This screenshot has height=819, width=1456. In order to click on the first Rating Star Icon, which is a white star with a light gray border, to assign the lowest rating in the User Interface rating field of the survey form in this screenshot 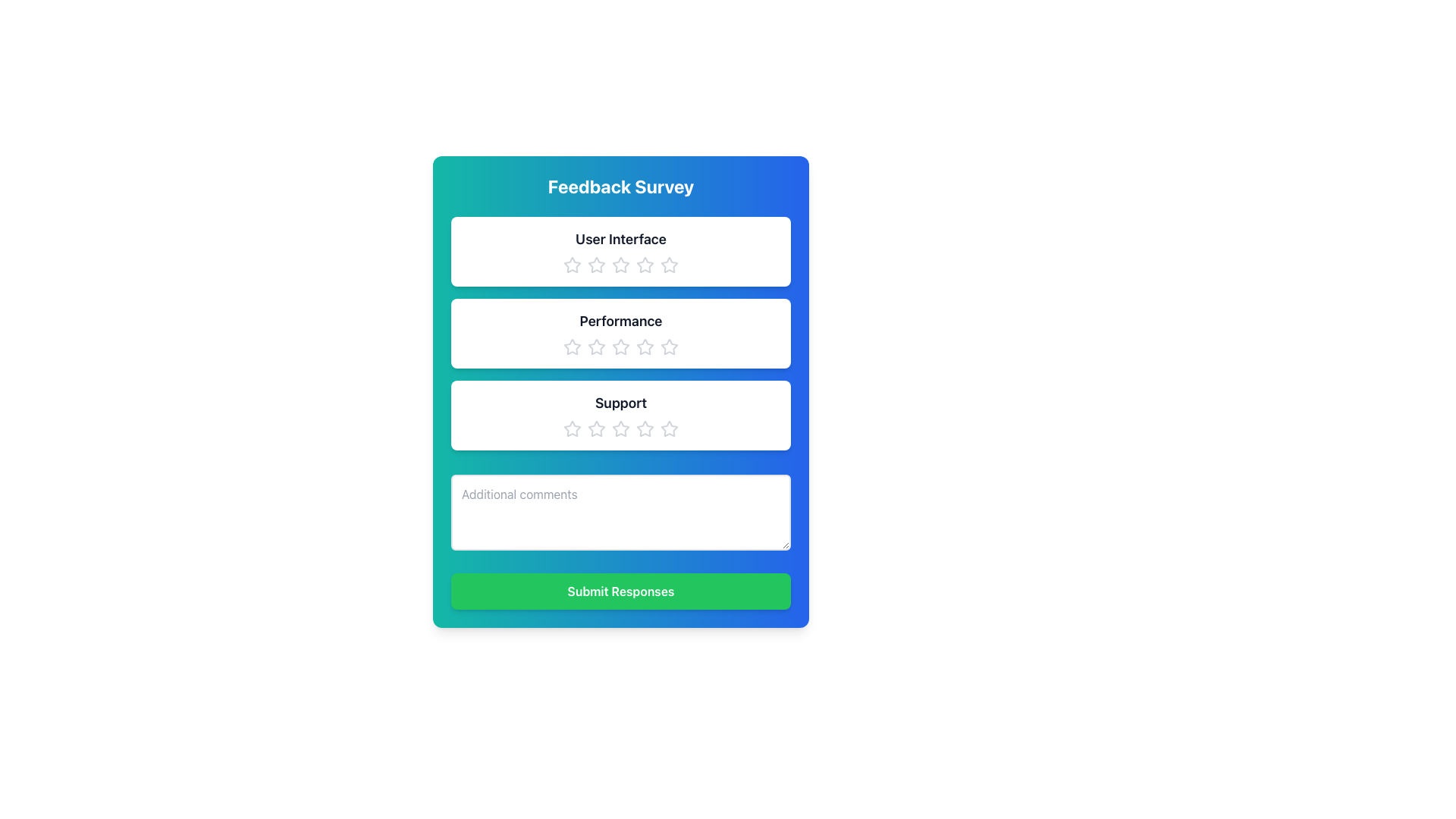, I will do `click(571, 264)`.